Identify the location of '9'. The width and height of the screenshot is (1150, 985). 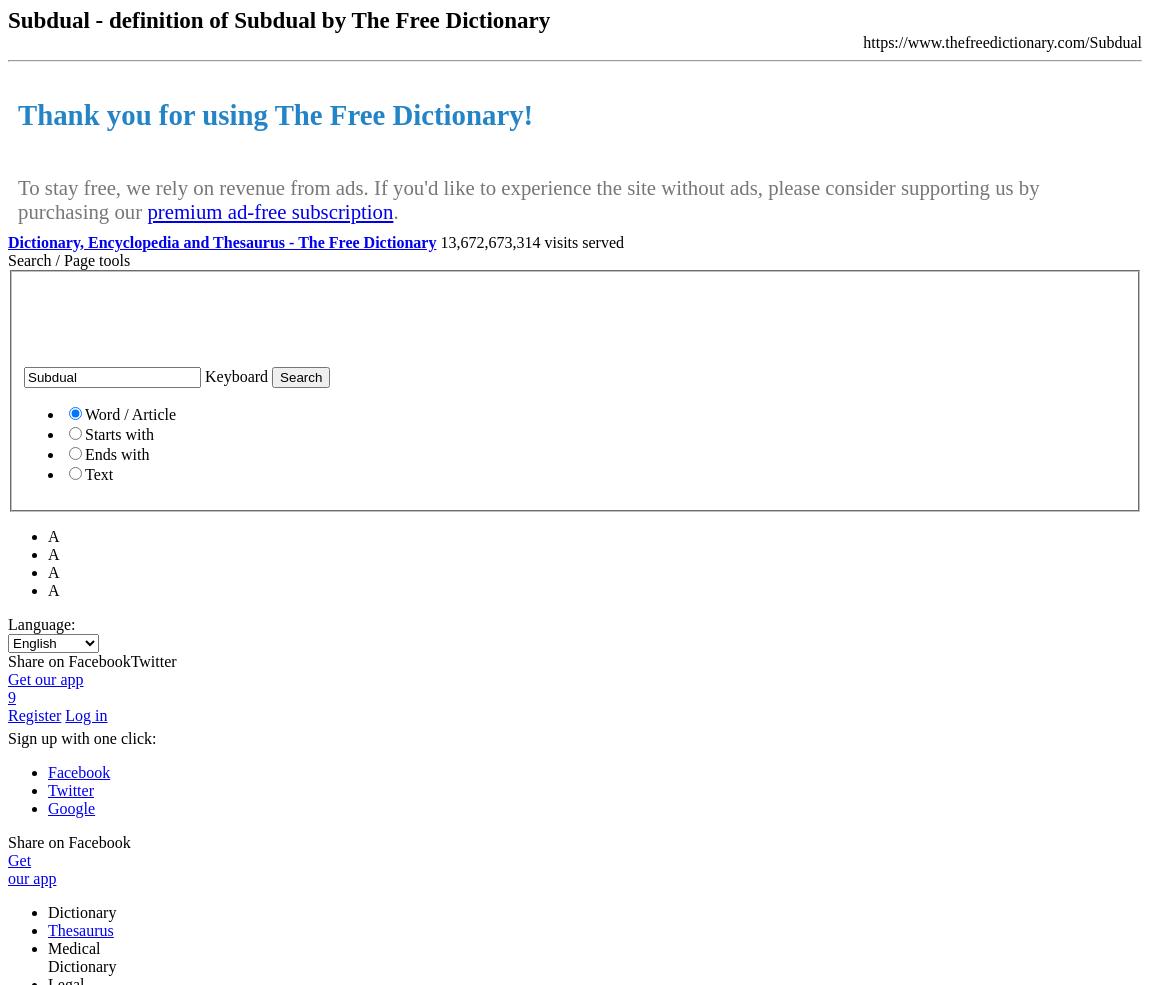
(10, 697).